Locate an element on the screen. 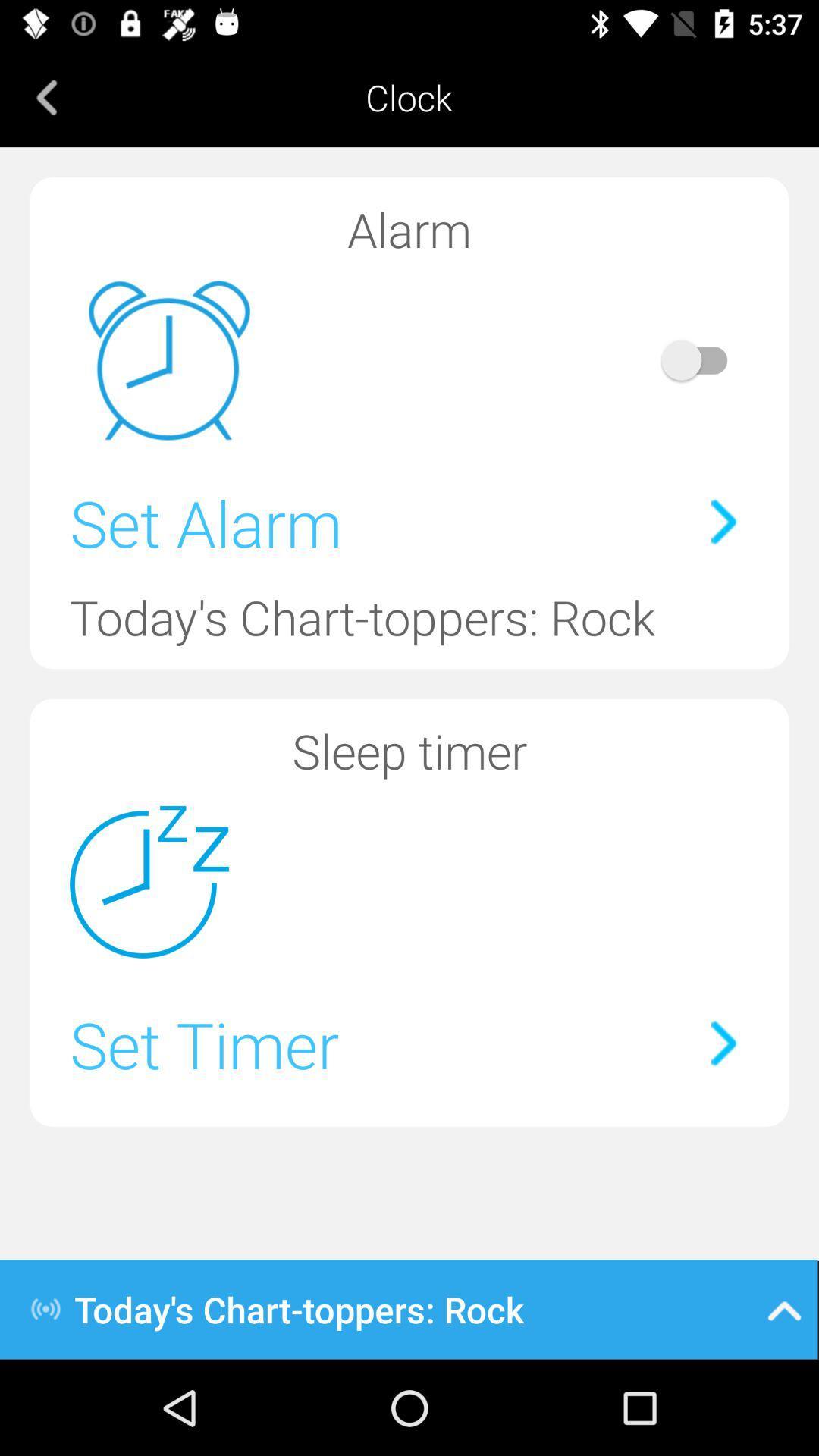 The height and width of the screenshot is (1456, 819). the expand_less icon is located at coordinates (784, 1308).